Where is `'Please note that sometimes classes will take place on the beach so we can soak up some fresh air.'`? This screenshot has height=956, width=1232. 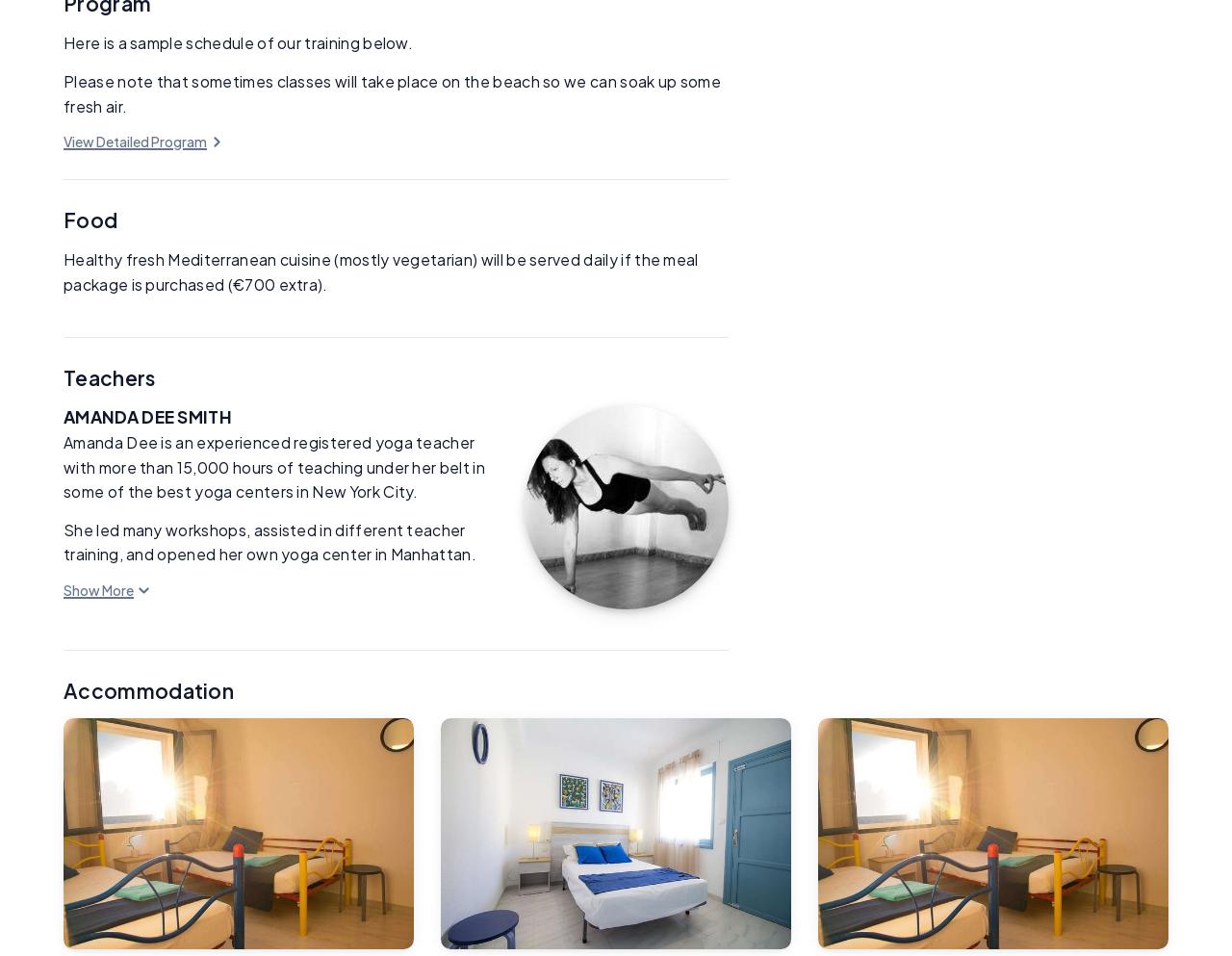
'Please note that sometimes classes will take place on the beach so we can soak up some fresh air.' is located at coordinates (391, 92).